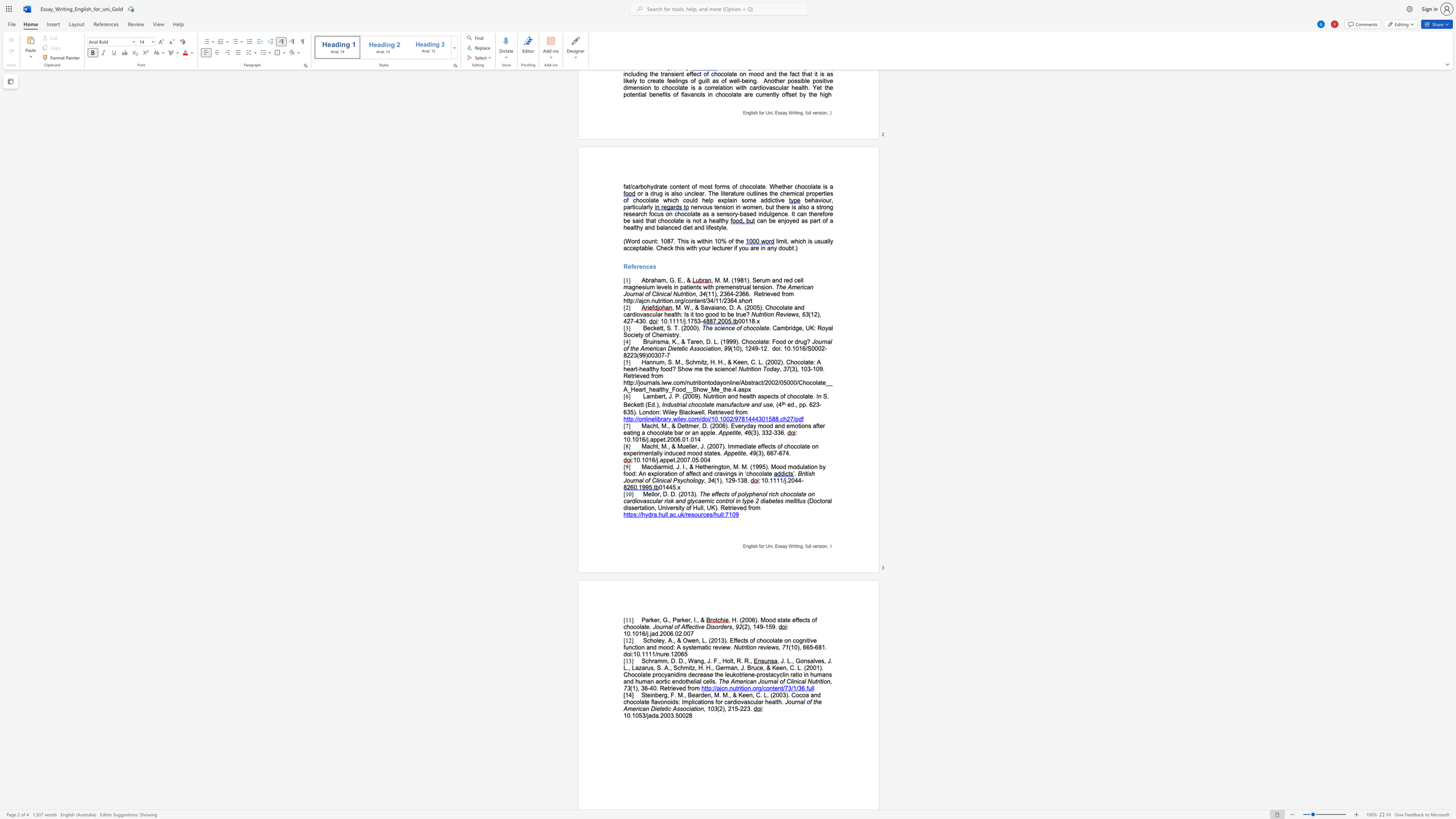 The image size is (1456, 819). Describe the element at coordinates (691, 514) in the screenshot. I see `the subset text "sources" within the text "https://hydra.hull.ac.uk/resources/hull:7109"` at that location.